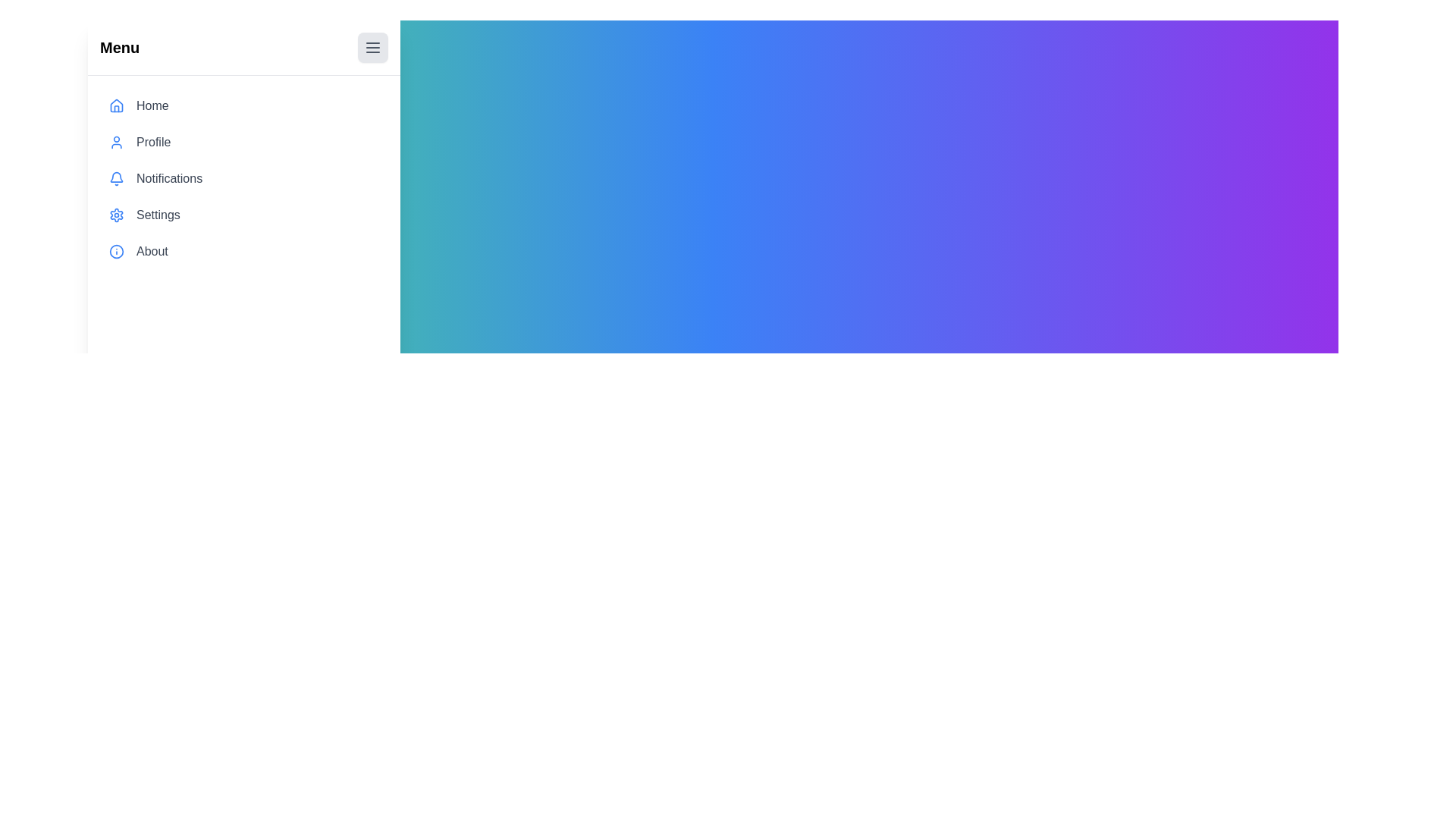 Image resolution: width=1456 pixels, height=819 pixels. What do you see at coordinates (244, 215) in the screenshot?
I see `the menu item Settings` at bounding box center [244, 215].